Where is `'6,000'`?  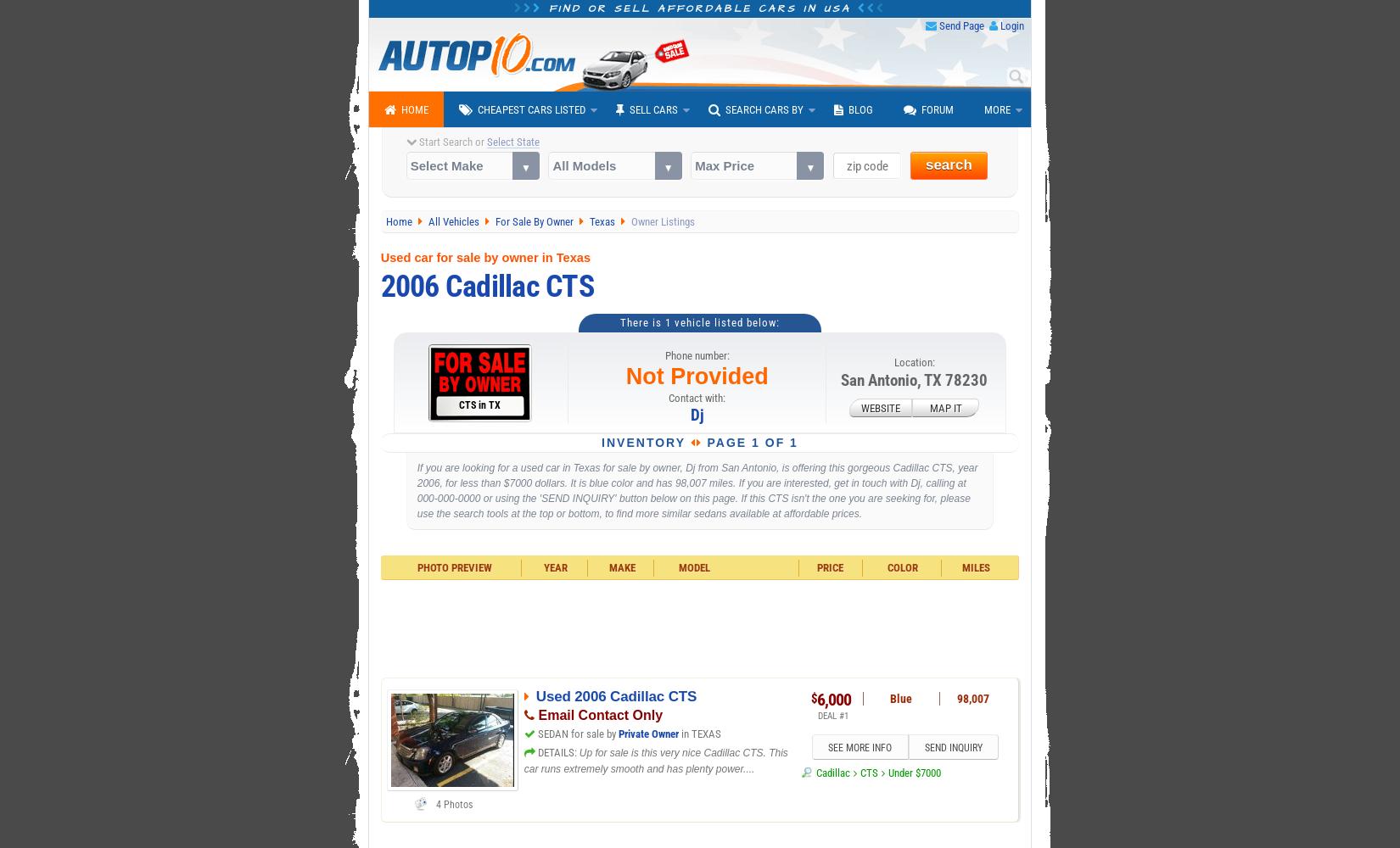 '6,000' is located at coordinates (833, 699).